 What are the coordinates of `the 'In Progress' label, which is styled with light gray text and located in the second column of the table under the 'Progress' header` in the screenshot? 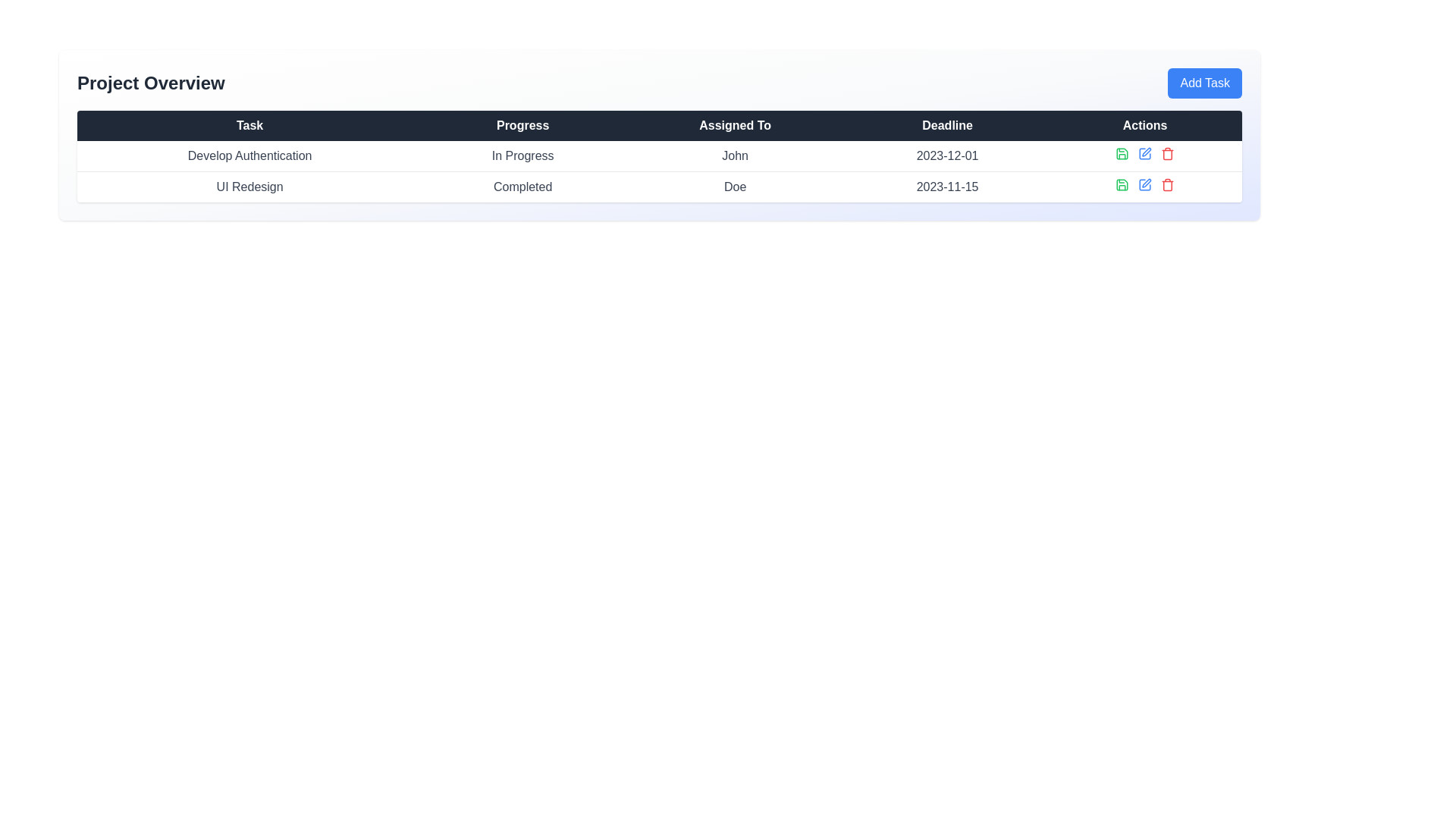 It's located at (522, 156).